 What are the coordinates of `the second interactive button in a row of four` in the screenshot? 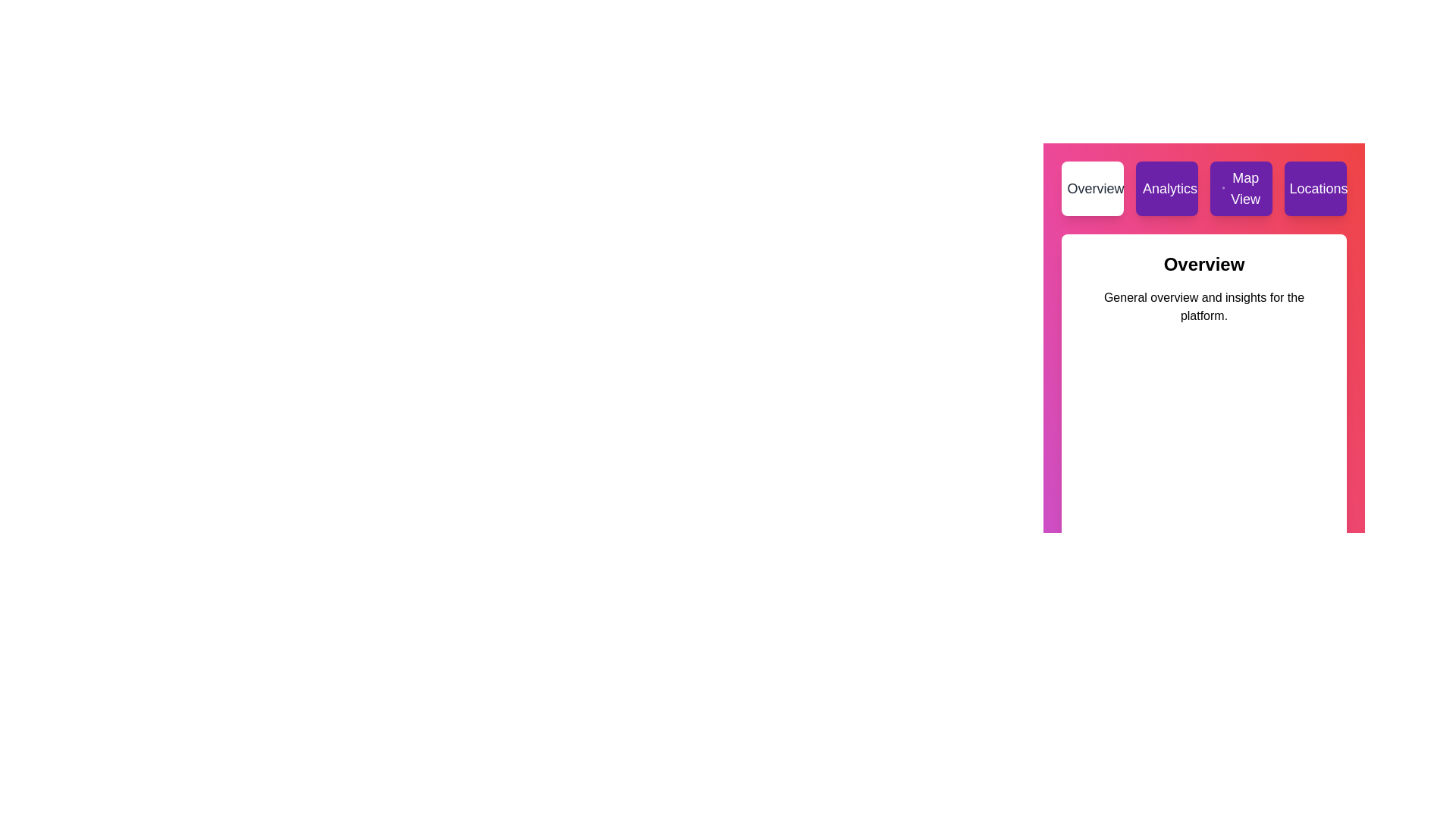 It's located at (1166, 188).